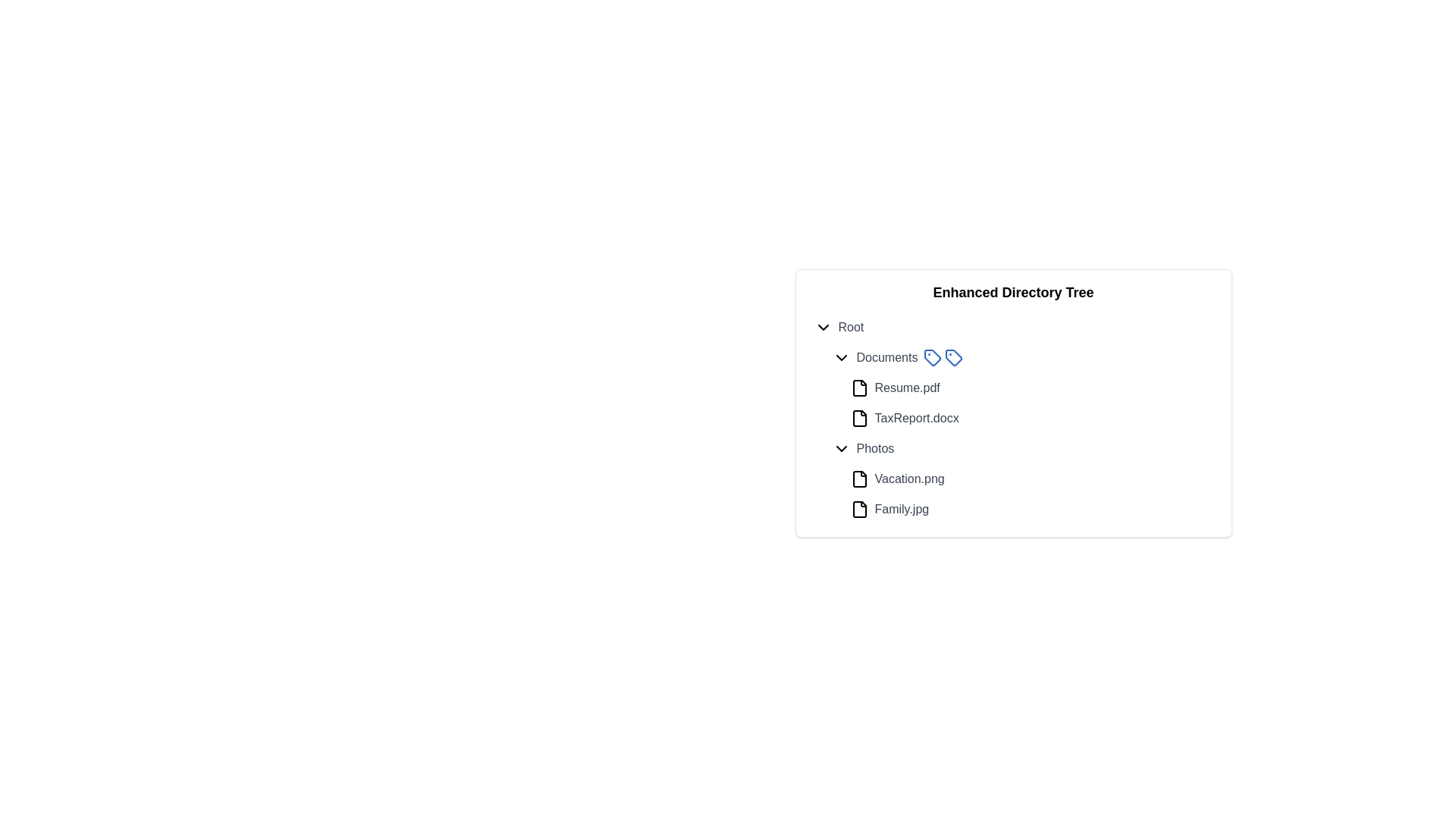 This screenshot has height=819, width=1456. Describe the element at coordinates (1013, 292) in the screenshot. I see `static text element displaying 'Enhanced Directory Tree', which is styled in bold and larger font, positioned at the top of the directory section` at that location.